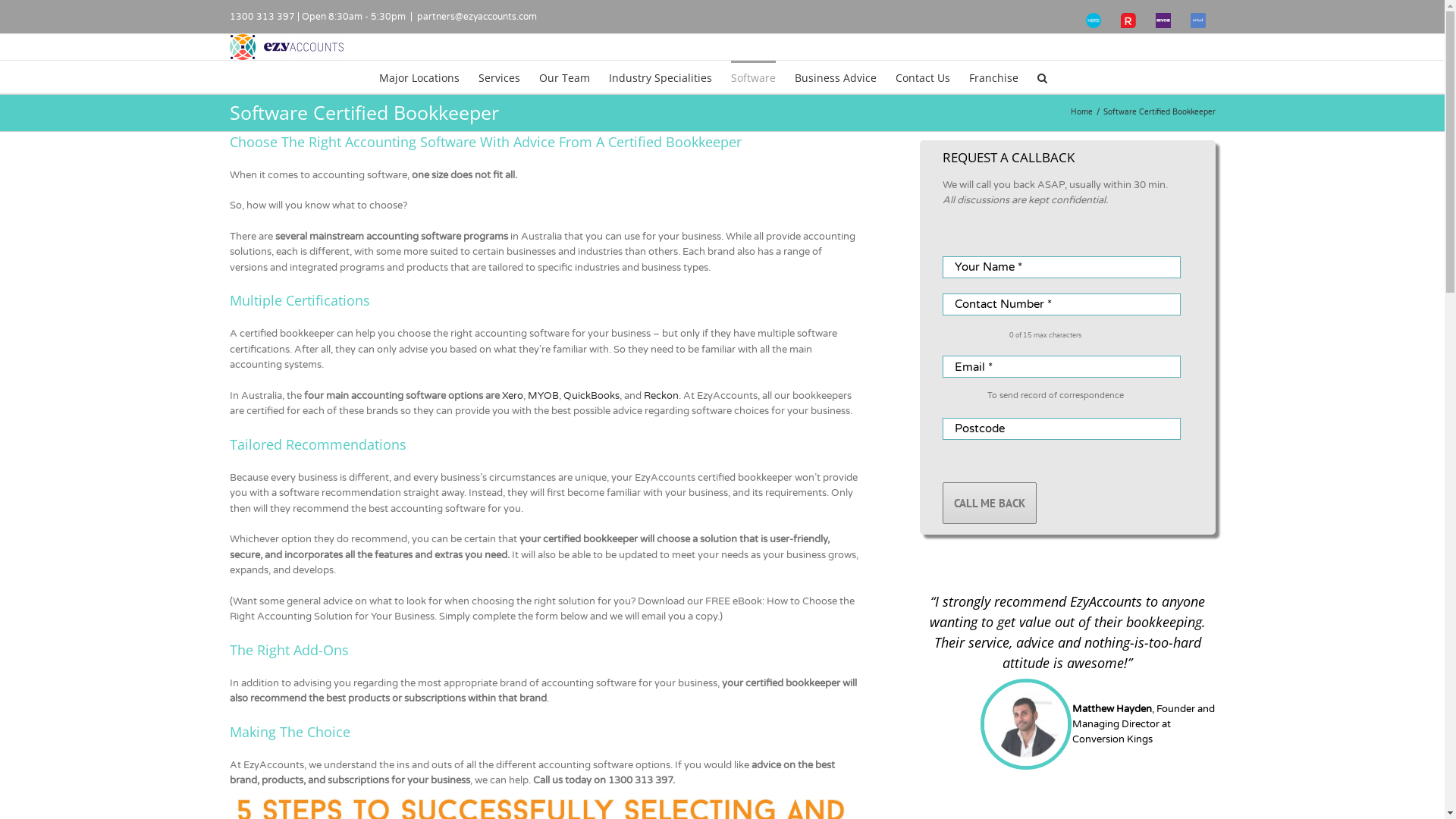 Image resolution: width=1456 pixels, height=819 pixels. What do you see at coordinates (1041, 77) in the screenshot?
I see `'Search'` at bounding box center [1041, 77].